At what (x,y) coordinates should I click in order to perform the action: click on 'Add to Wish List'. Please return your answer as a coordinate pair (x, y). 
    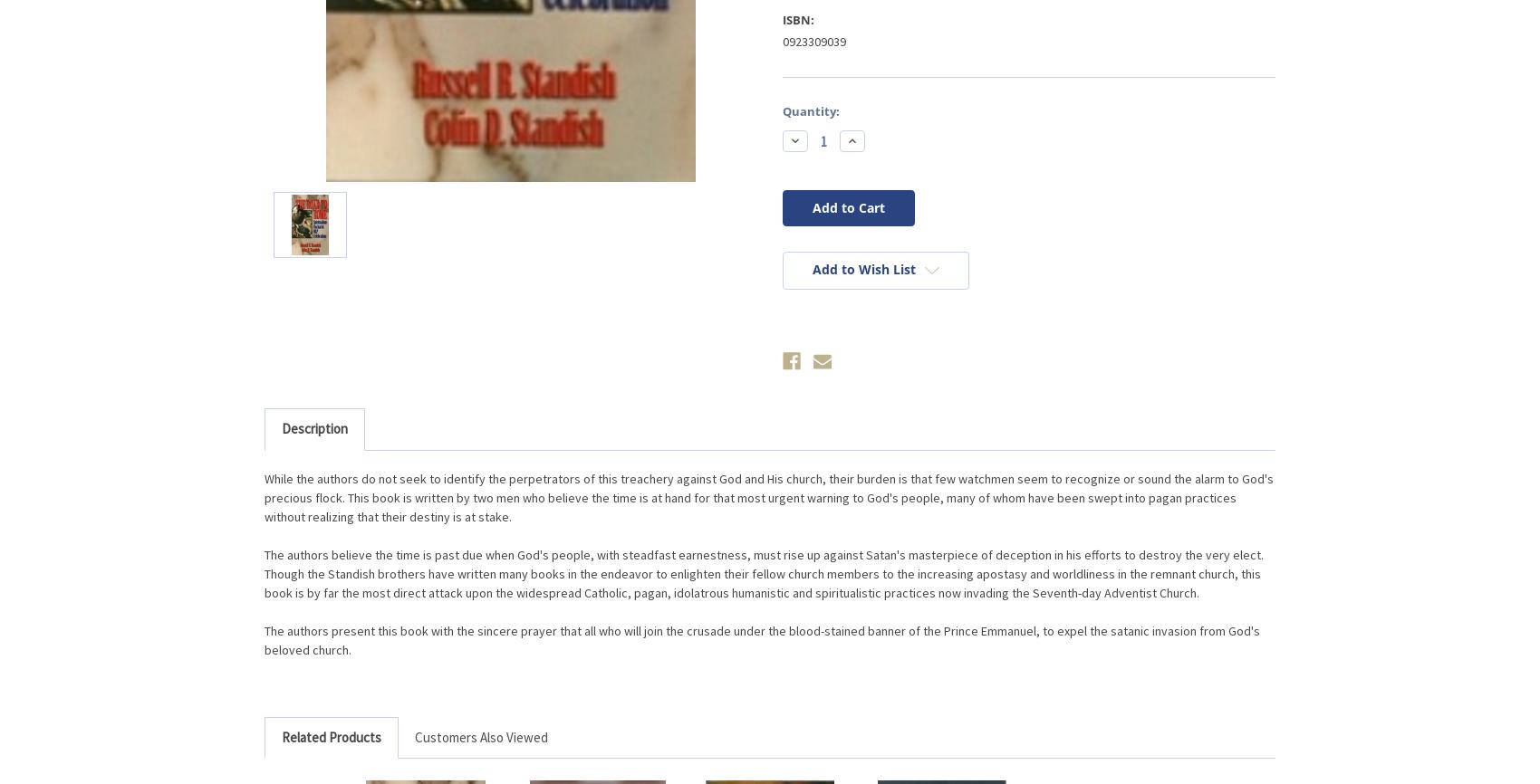
    Looking at the image, I should click on (863, 268).